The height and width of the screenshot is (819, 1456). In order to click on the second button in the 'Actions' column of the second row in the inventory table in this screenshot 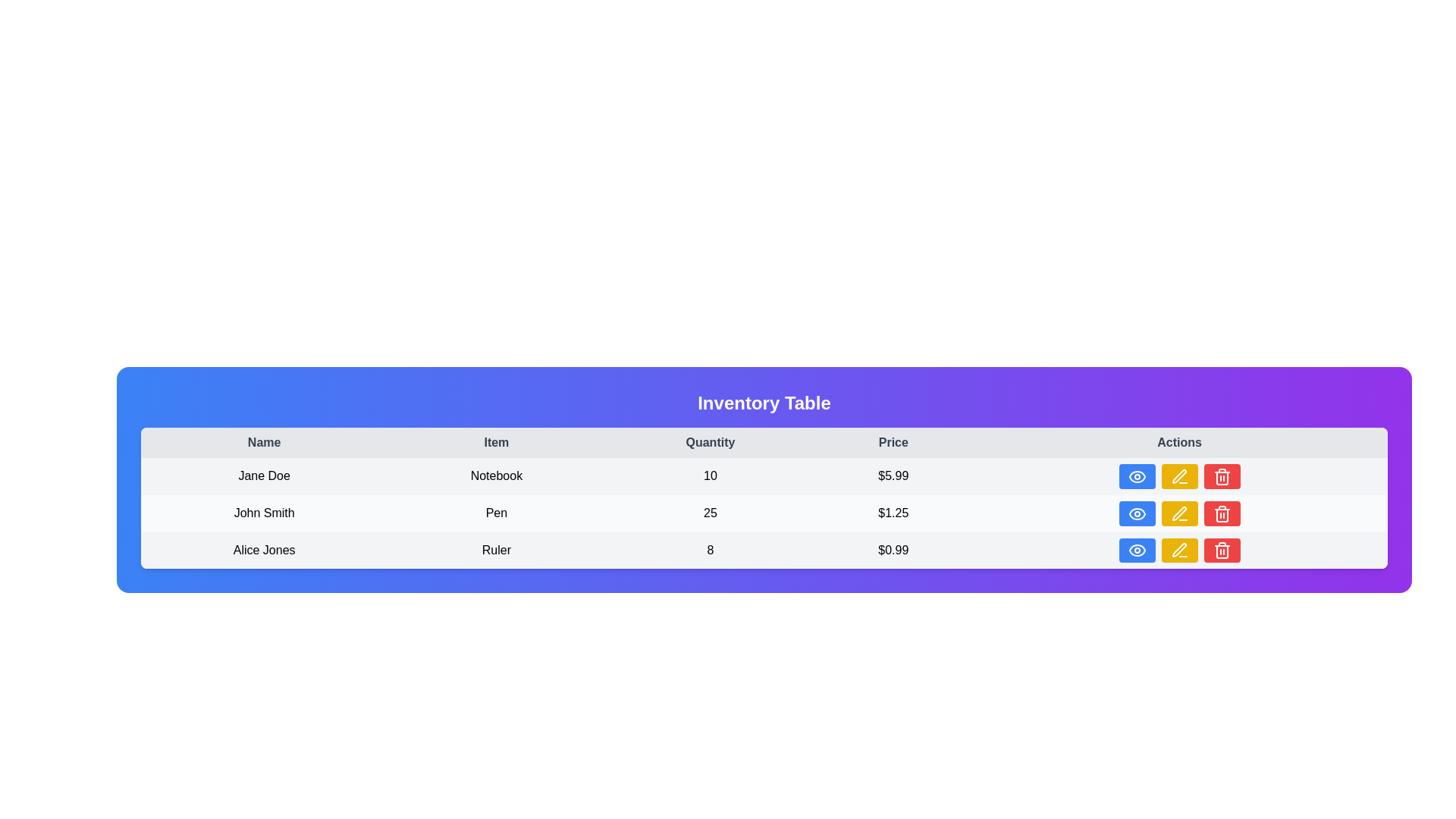, I will do `click(1178, 475)`.